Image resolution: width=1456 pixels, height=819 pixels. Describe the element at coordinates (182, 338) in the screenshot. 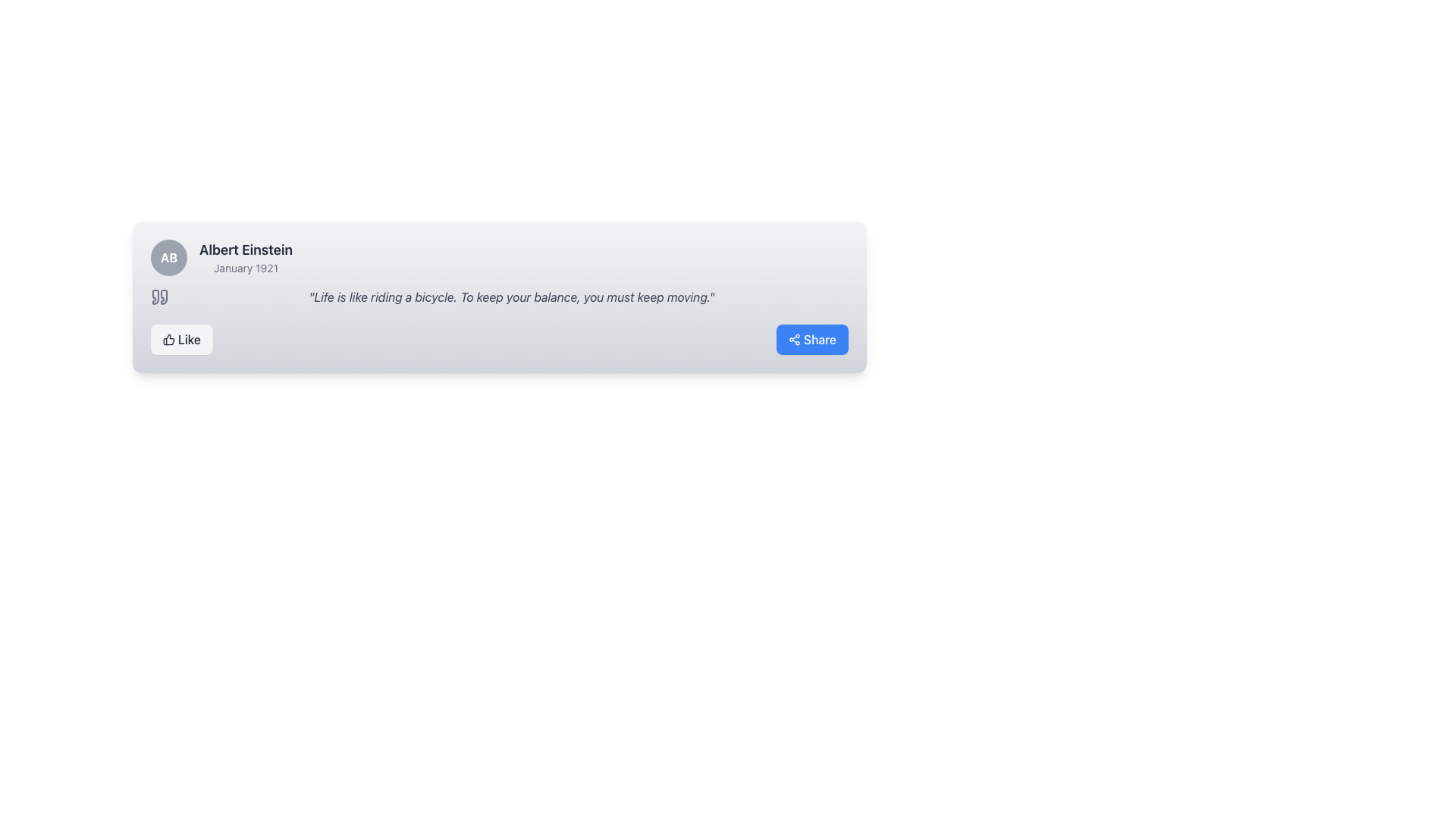

I see `the 'Like' button located at the bottom left of the card` at that location.